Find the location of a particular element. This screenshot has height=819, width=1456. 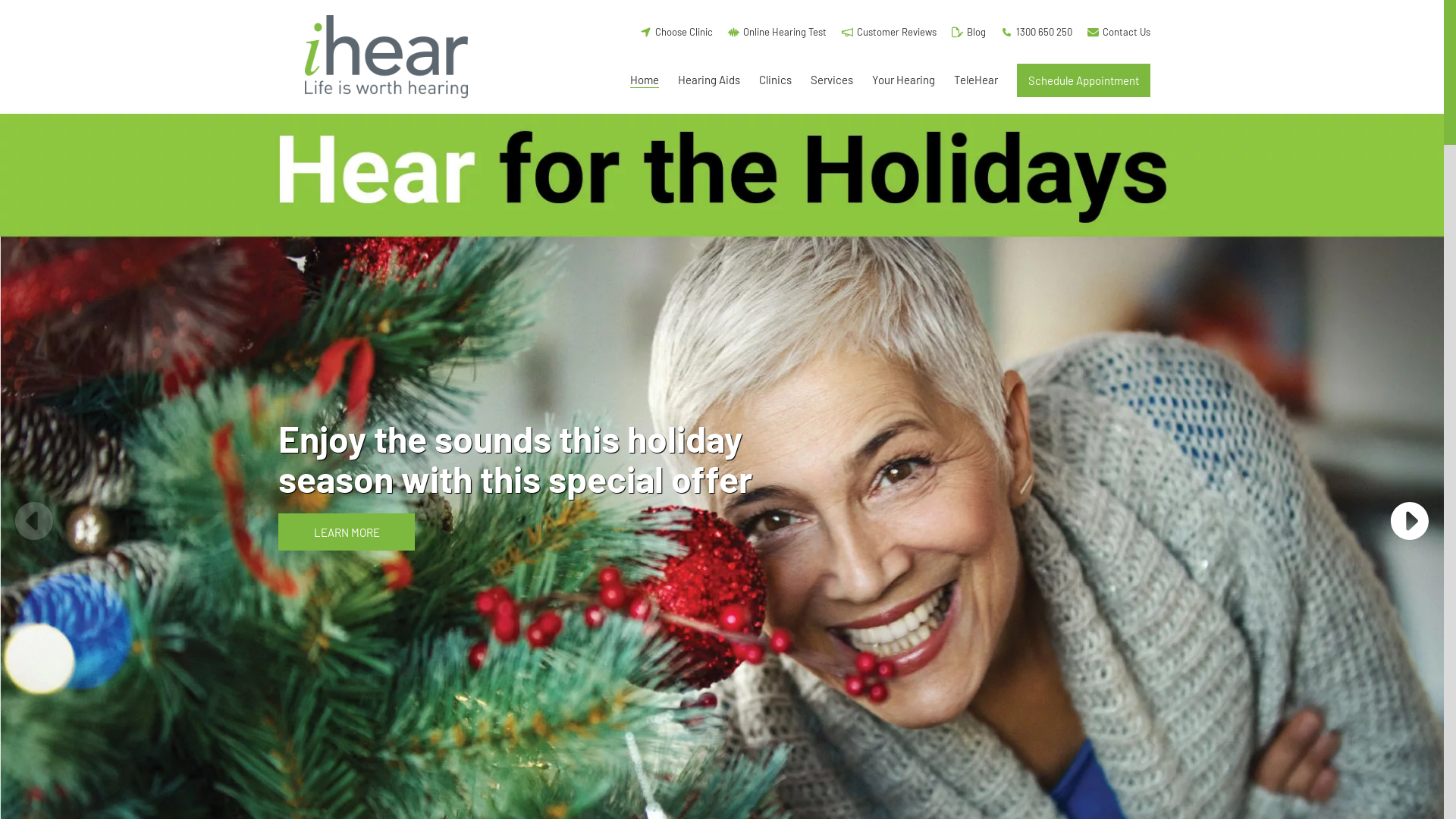

'LEARN MORE' is located at coordinates (345, 531).